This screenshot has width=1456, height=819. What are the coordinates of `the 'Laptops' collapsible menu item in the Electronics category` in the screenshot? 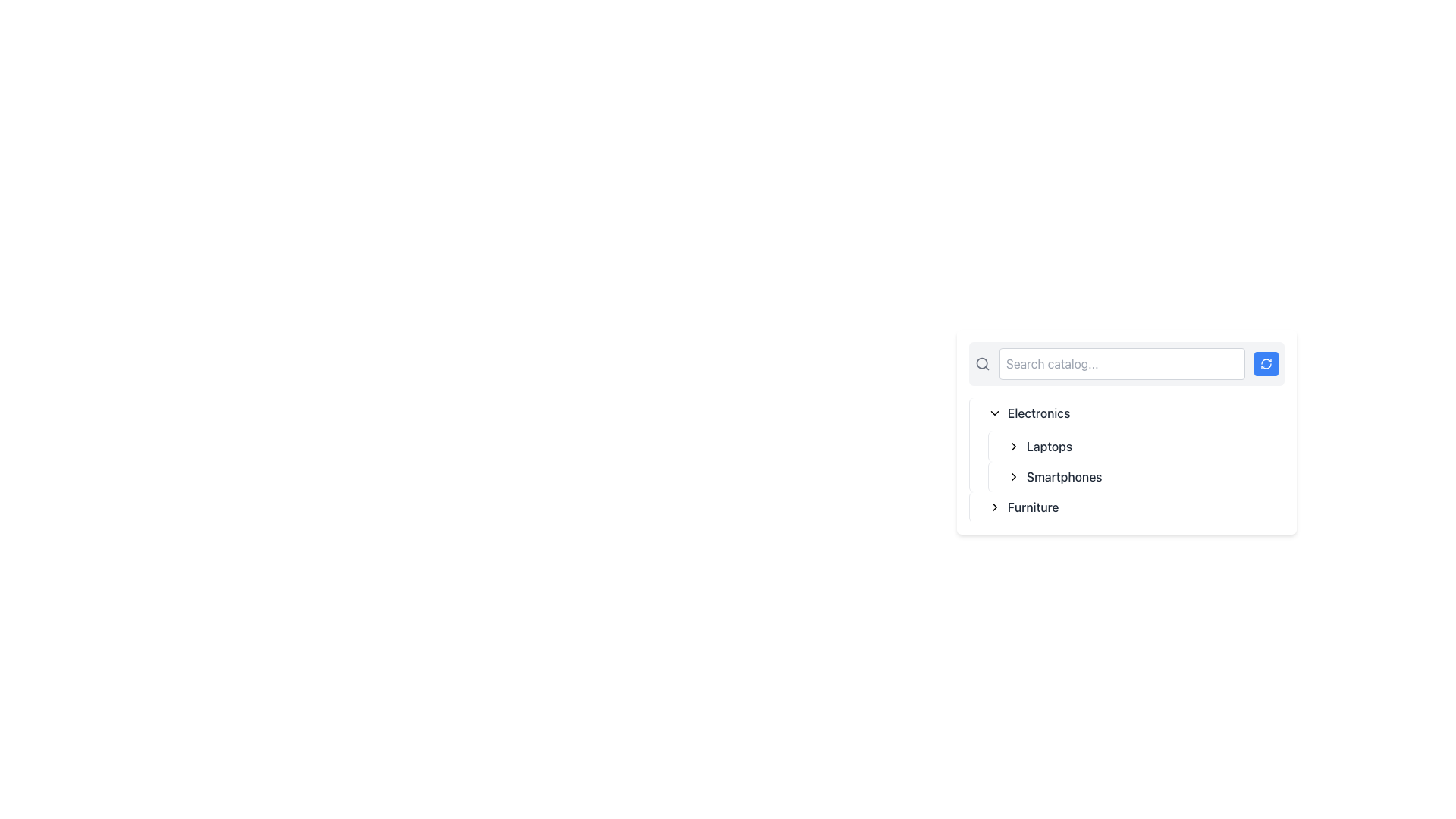 It's located at (1143, 446).